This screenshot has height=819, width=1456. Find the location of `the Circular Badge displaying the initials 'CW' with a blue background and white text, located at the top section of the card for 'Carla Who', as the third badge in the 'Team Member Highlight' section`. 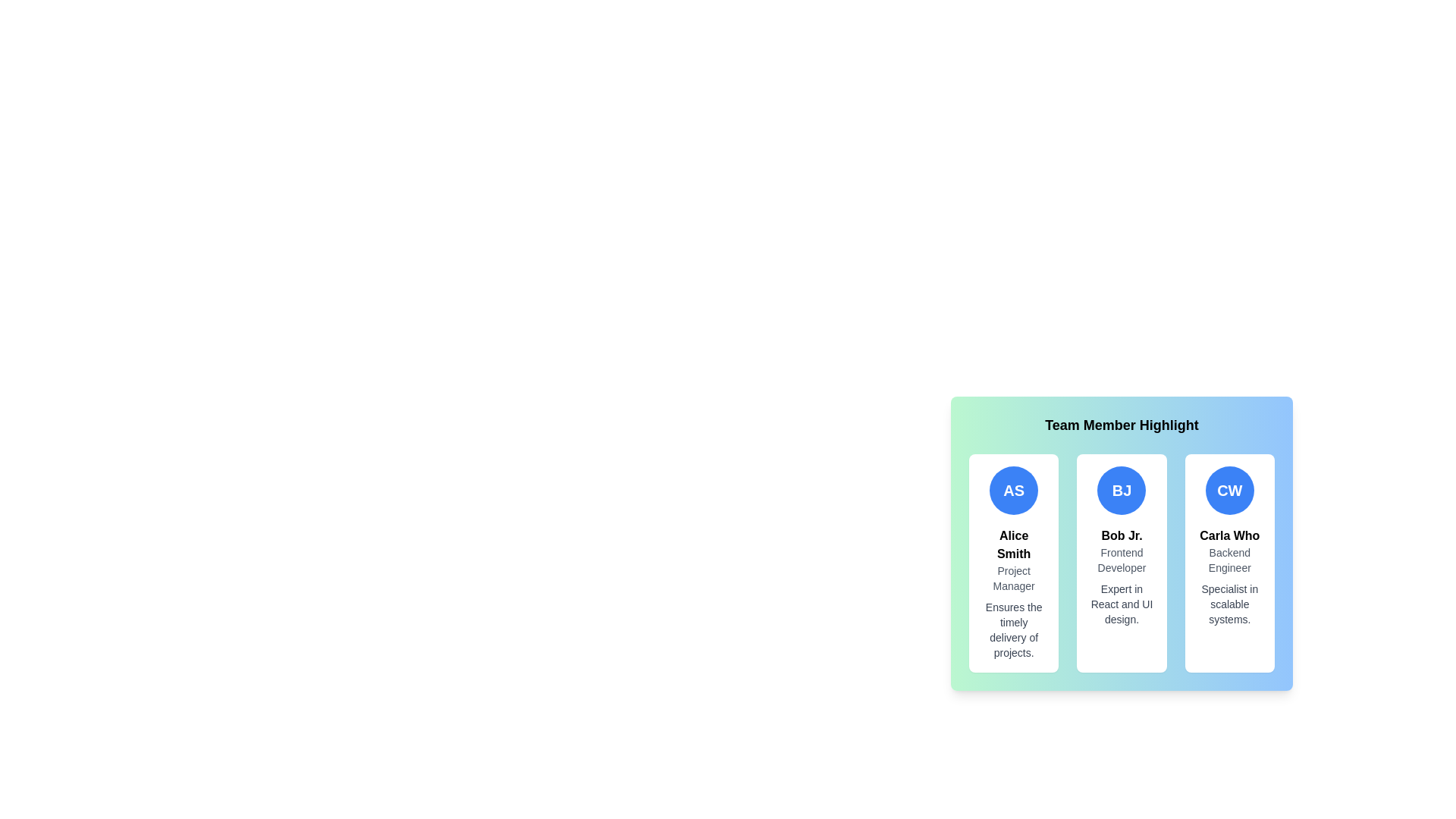

the Circular Badge displaying the initials 'CW' with a blue background and white text, located at the top section of the card for 'Carla Who', as the third badge in the 'Team Member Highlight' section is located at coordinates (1229, 491).